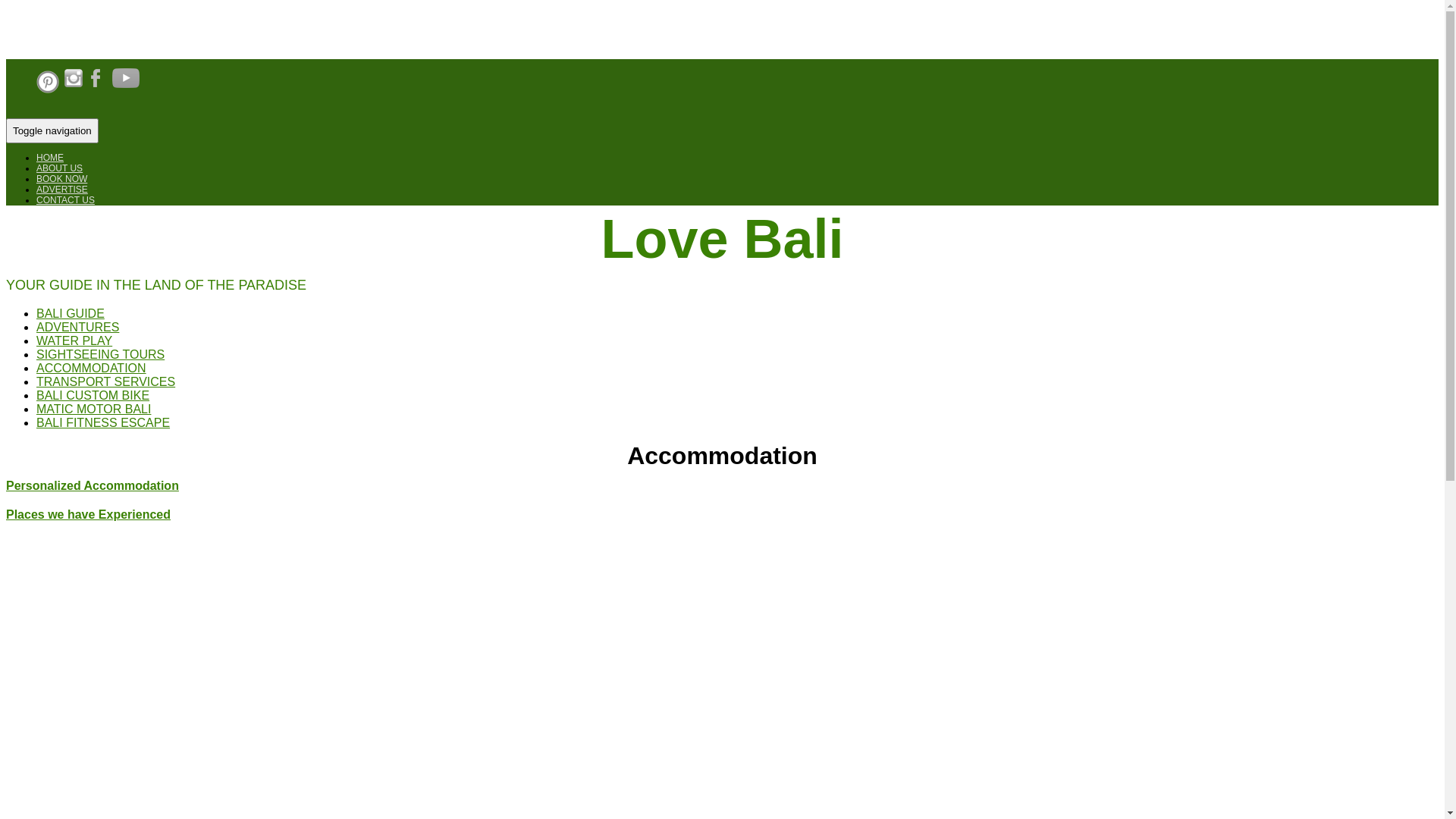 The width and height of the screenshot is (1456, 819). I want to click on 'BOOK NOW', so click(61, 177).